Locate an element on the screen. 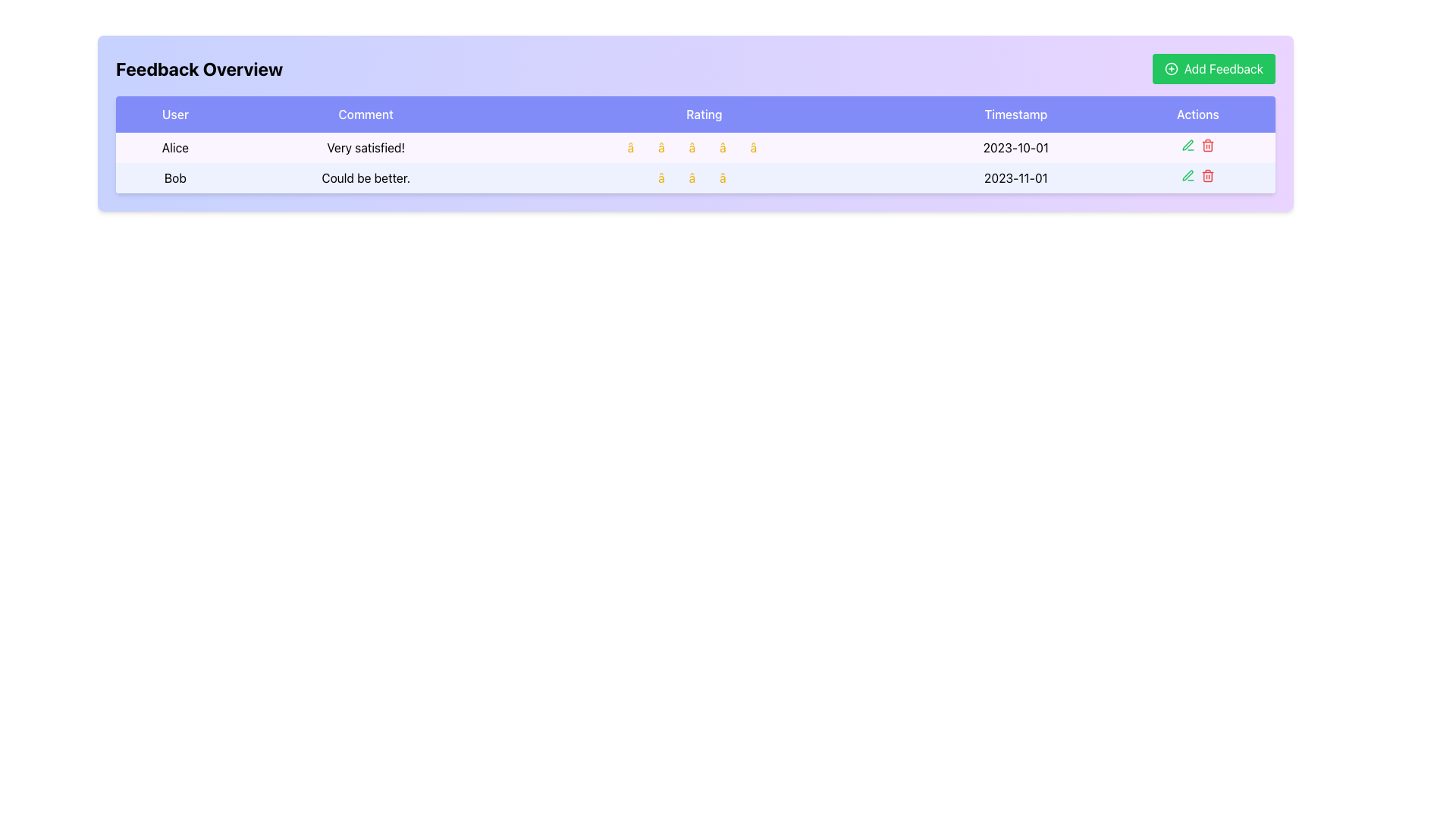 Image resolution: width=1456 pixels, height=819 pixels. the delete icon in the 'Actions' column of the 'Feedback Overview' section associated with the second row for feedback by 'Bob' is located at coordinates (1207, 176).